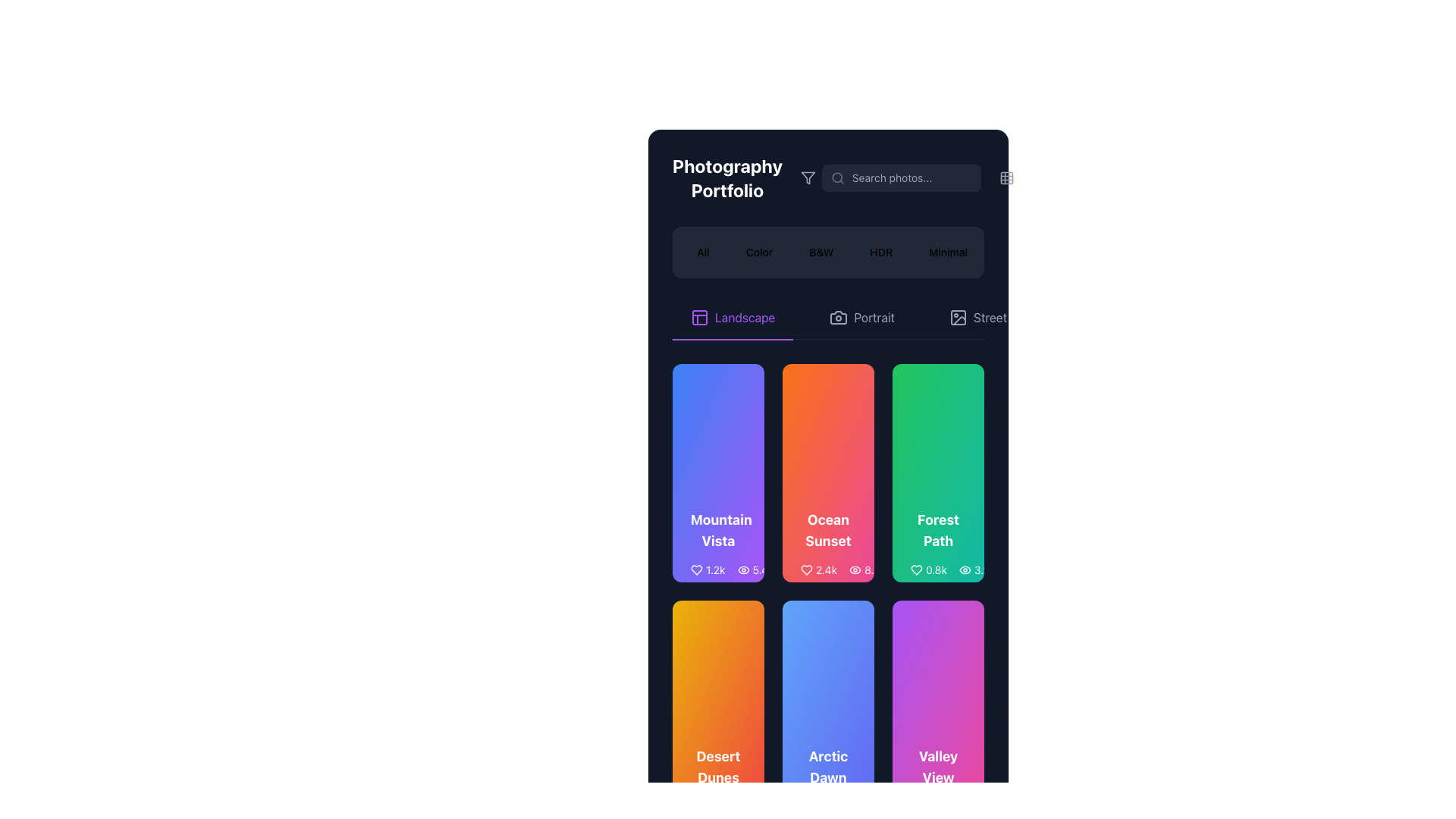  I want to click on the text label indicating a numerical value associated with an action, positioned to the right of the heart icon, so click(935, 570).